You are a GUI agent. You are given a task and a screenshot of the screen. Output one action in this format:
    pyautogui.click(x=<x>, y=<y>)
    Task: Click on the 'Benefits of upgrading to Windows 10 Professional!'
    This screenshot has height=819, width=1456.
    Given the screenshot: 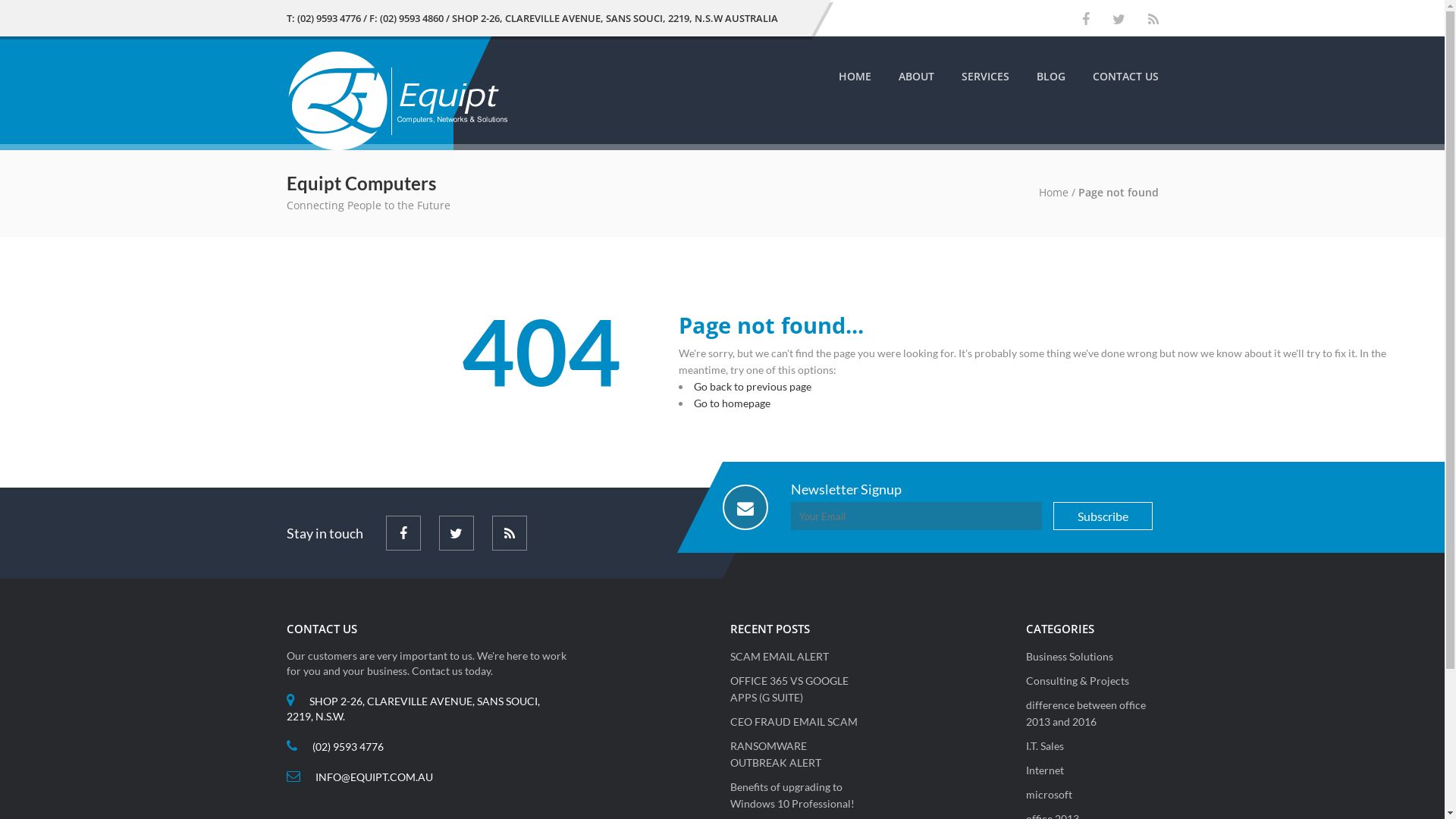 What is the action you would take?
    pyautogui.click(x=729, y=794)
    